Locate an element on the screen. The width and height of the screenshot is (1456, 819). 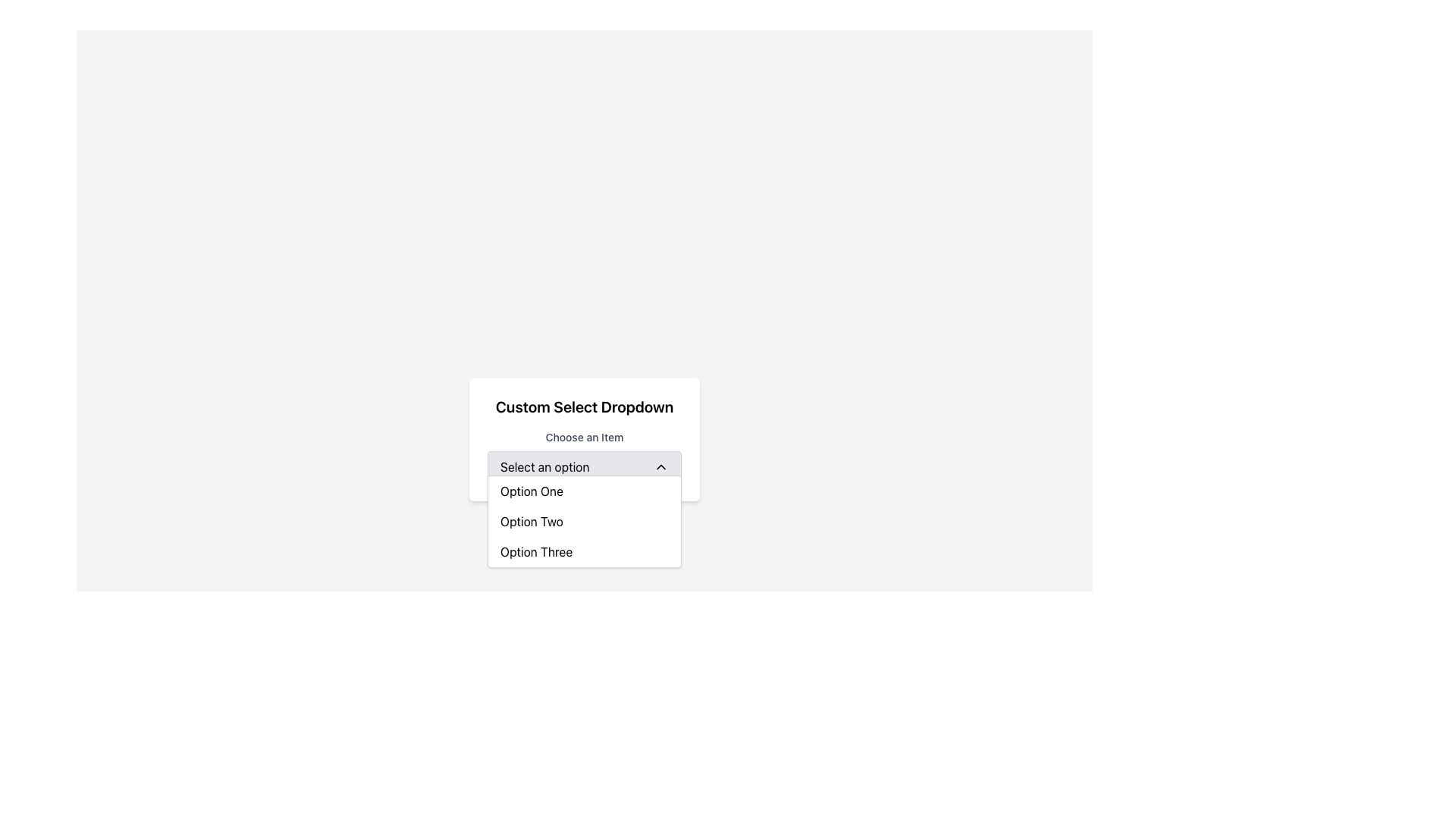
the first item in the dropdown menu that allows the user to select 'Option One', triggering the hover effect is located at coordinates (584, 491).